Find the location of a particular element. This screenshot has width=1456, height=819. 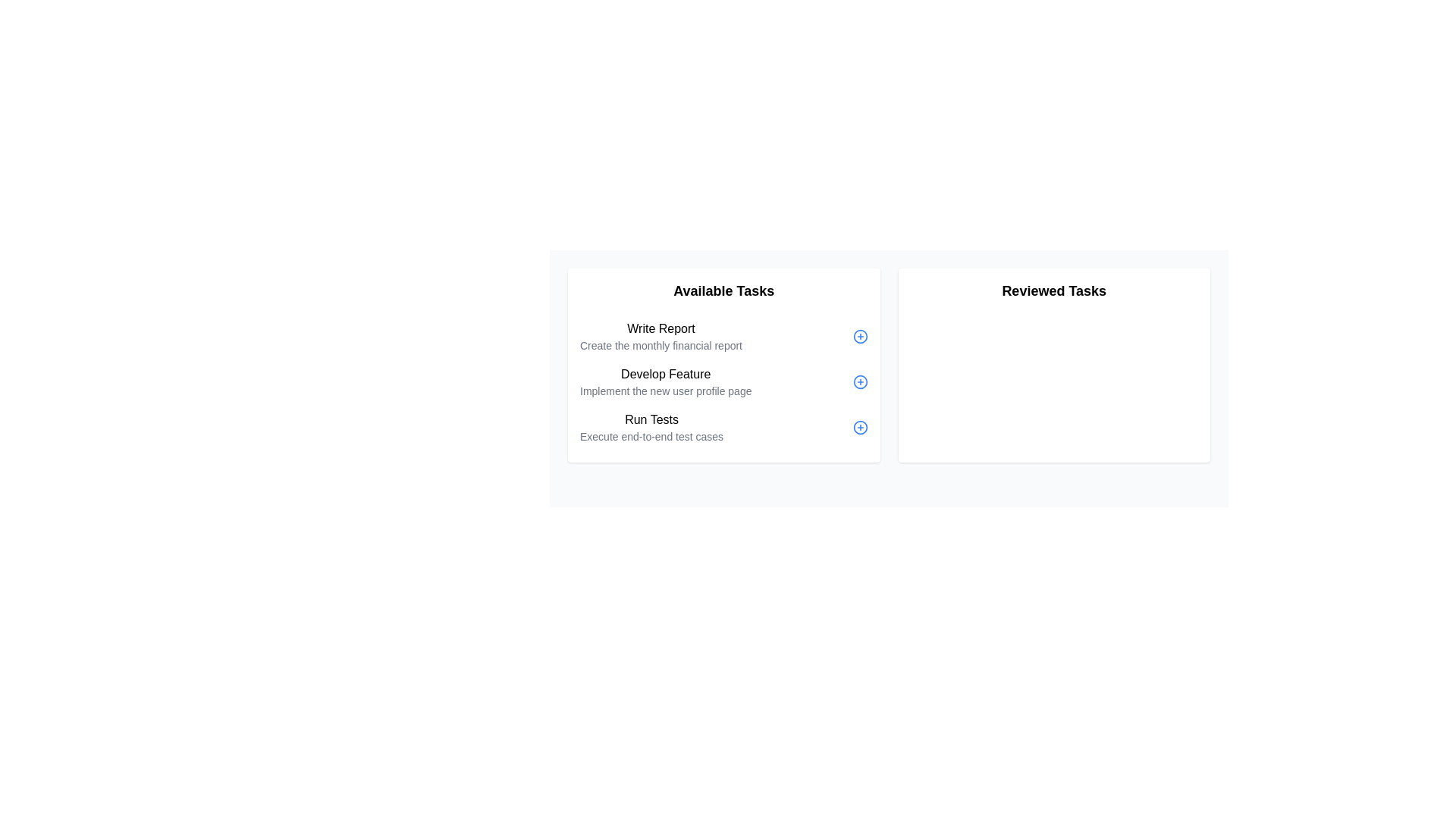

the button located to the right of the text 'Run Tests' in the section titled 'Run Tests Execute end-to-end test cases' for keyboard navigation is located at coordinates (860, 427).